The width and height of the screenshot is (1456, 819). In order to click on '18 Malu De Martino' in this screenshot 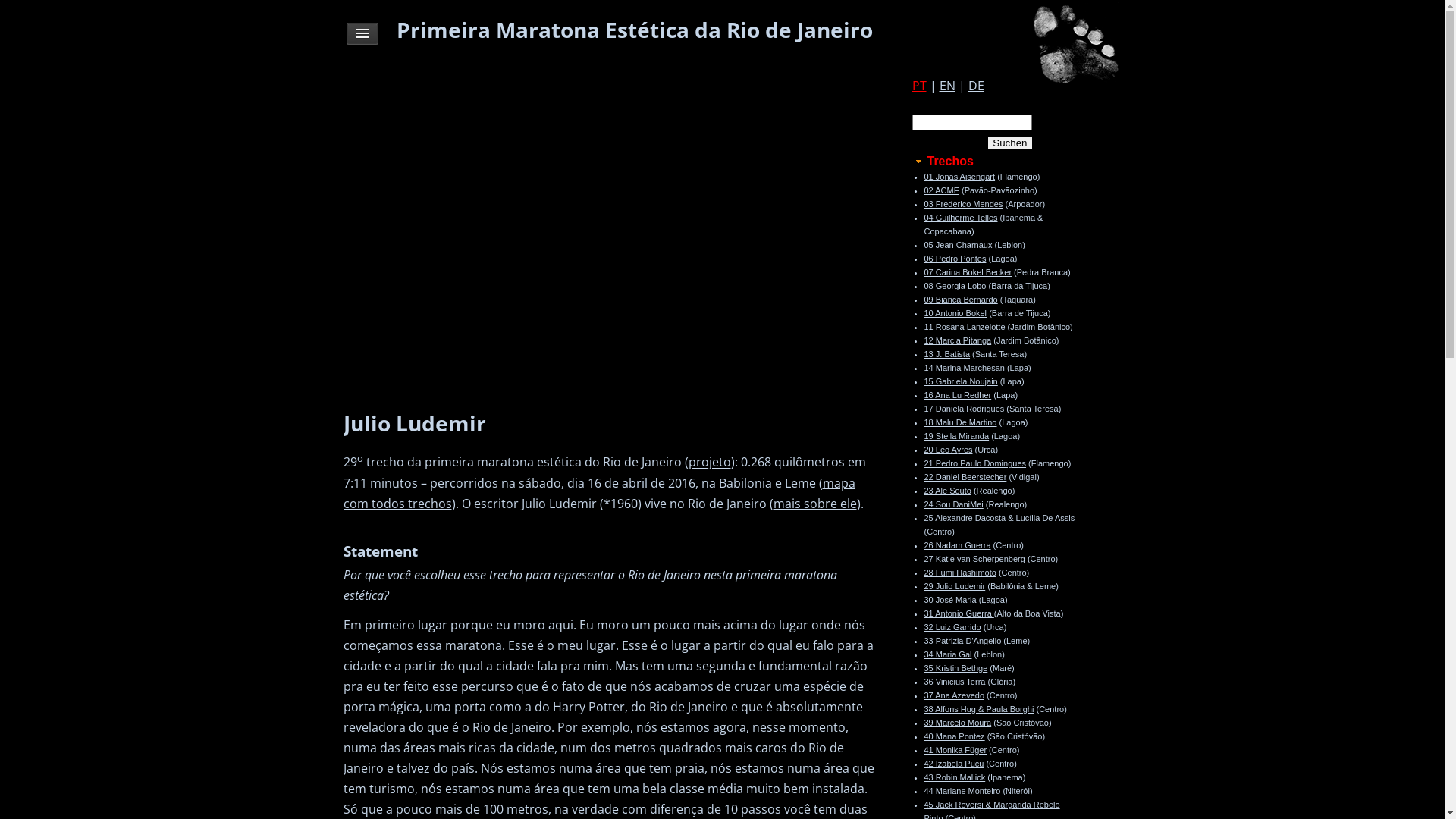, I will do `click(959, 422)`.